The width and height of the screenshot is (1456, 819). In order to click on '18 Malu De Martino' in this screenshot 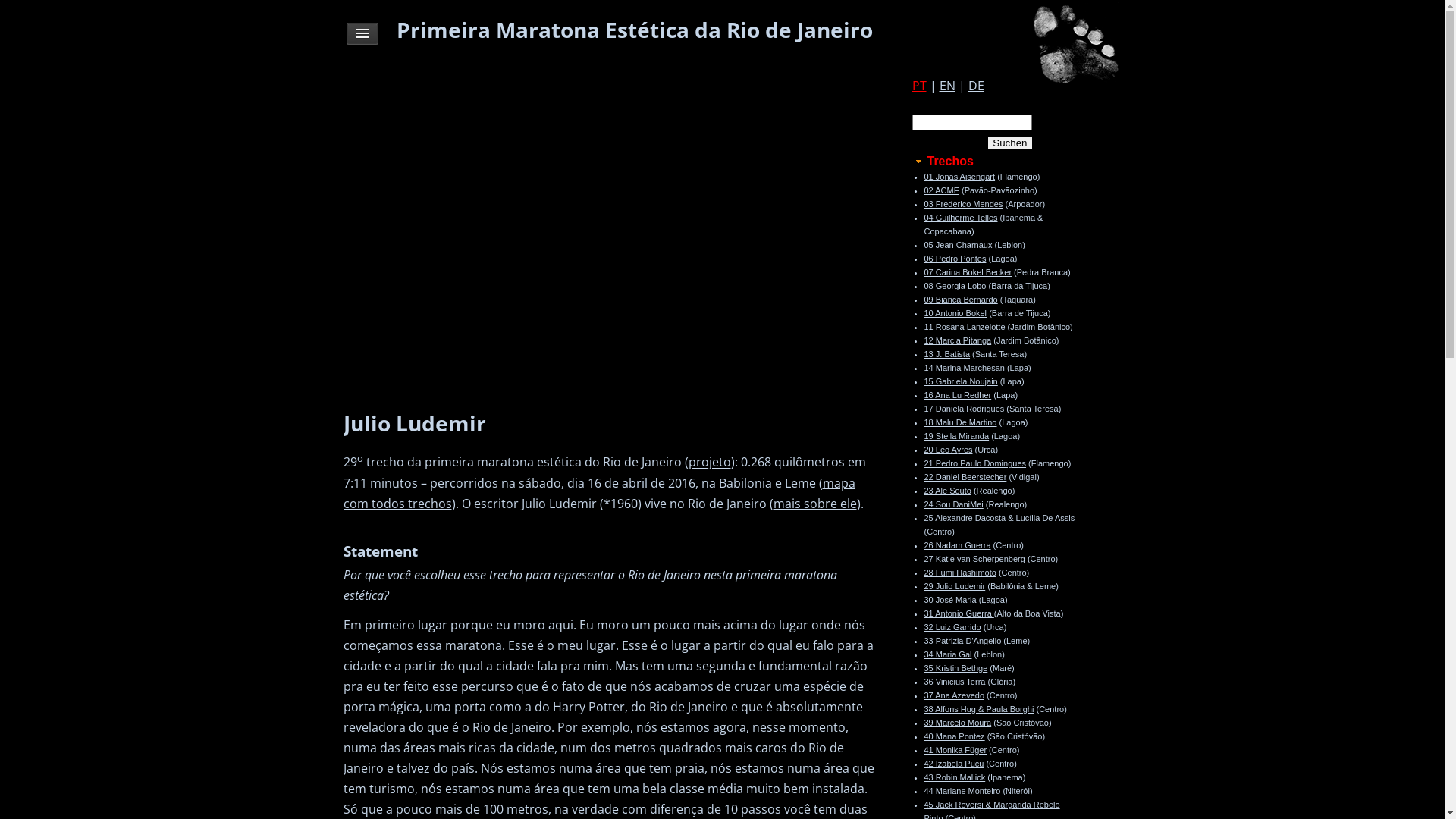, I will do `click(959, 422)`.